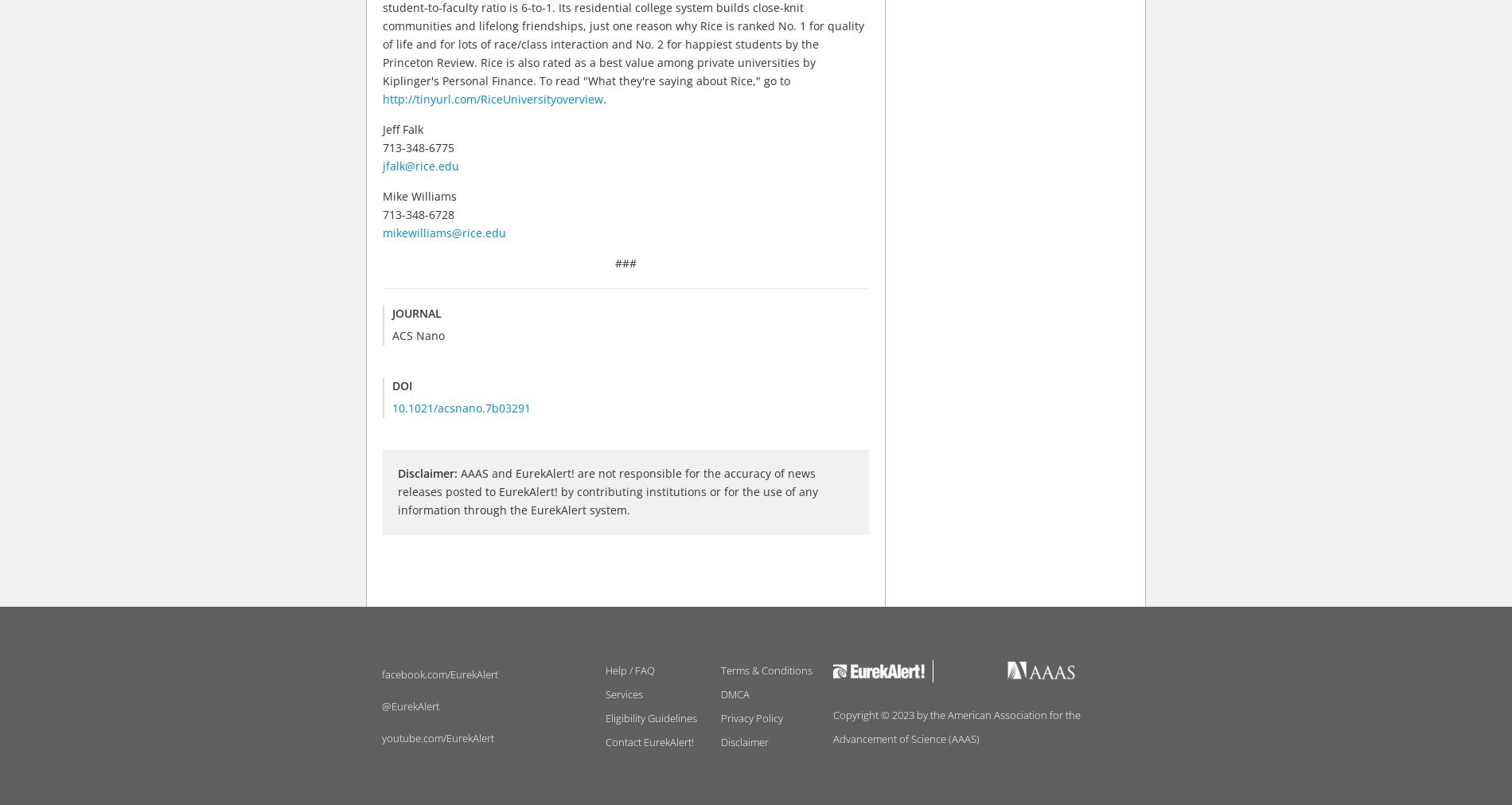 The height and width of the screenshot is (805, 1512). What do you see at coordinates (438, 737) in the screenshot?
I see `'youtube.com/EurekAlert'` at bounding box center [438, 737].